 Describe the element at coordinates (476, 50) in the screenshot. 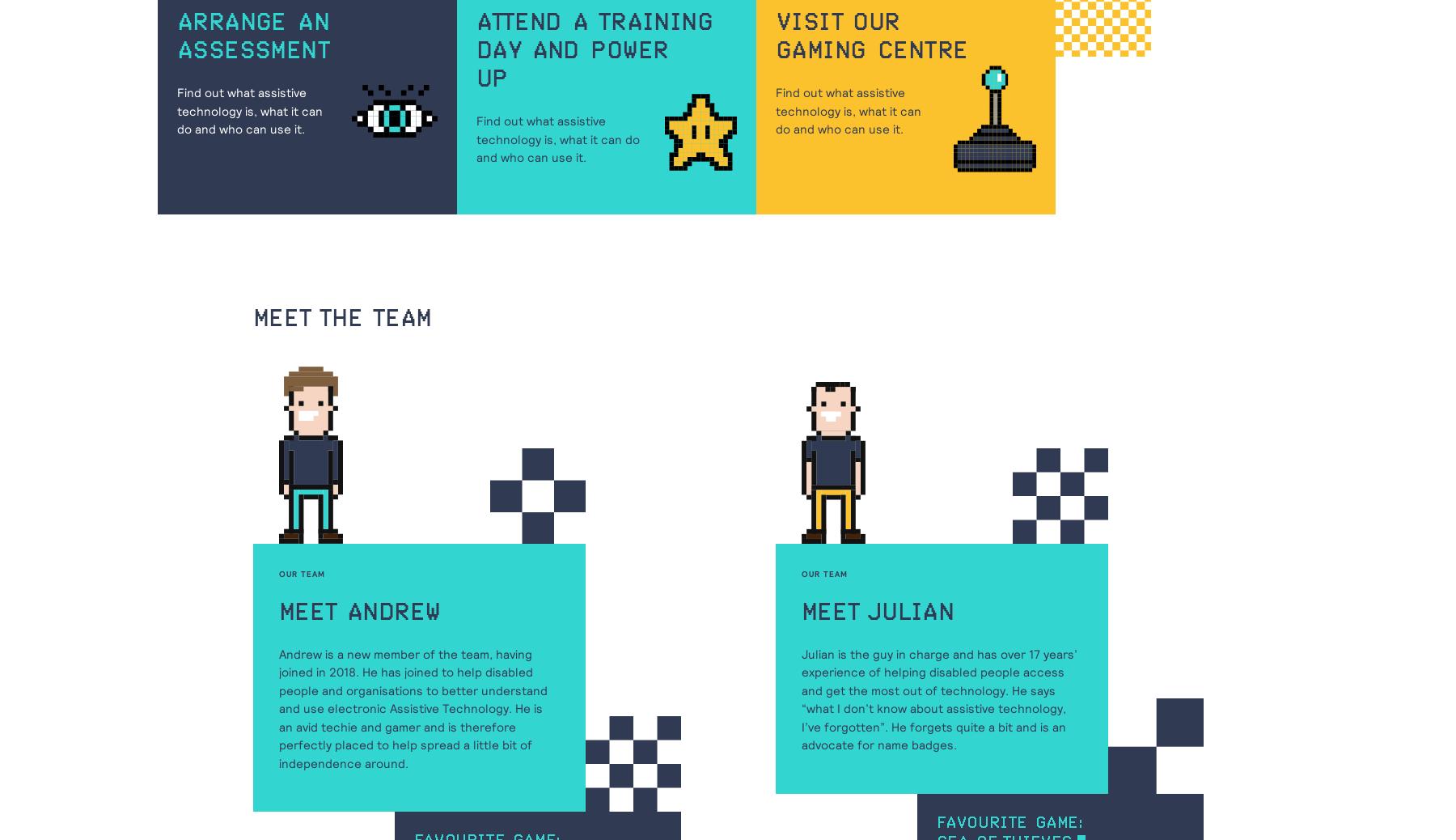

I see `'day and power'` at that location.